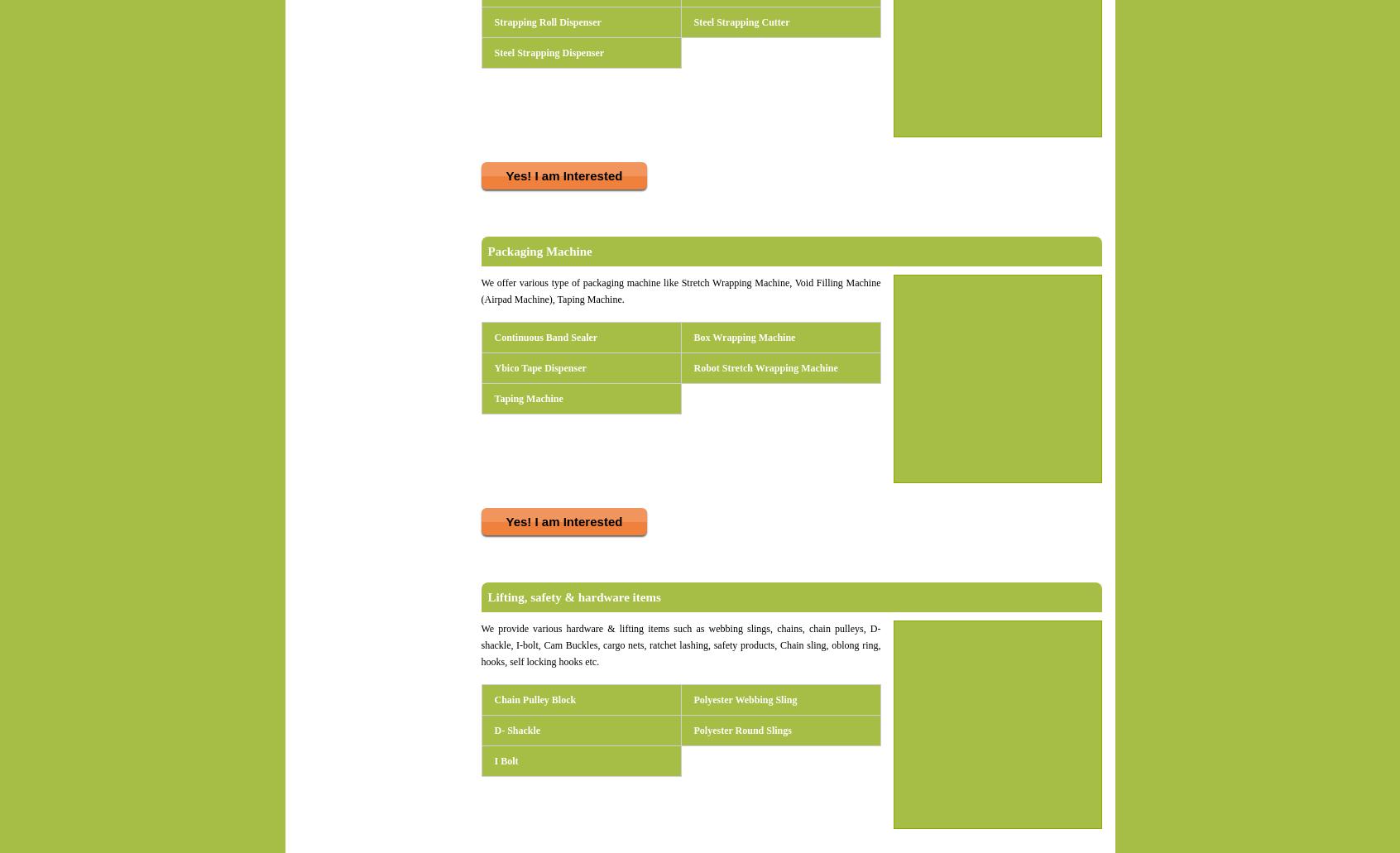 The image size is (1400, 853). What do you see at coordinates (516, 731) in the screenshot?
I see `'D- Shackle'` at bounding box center [516, 731].